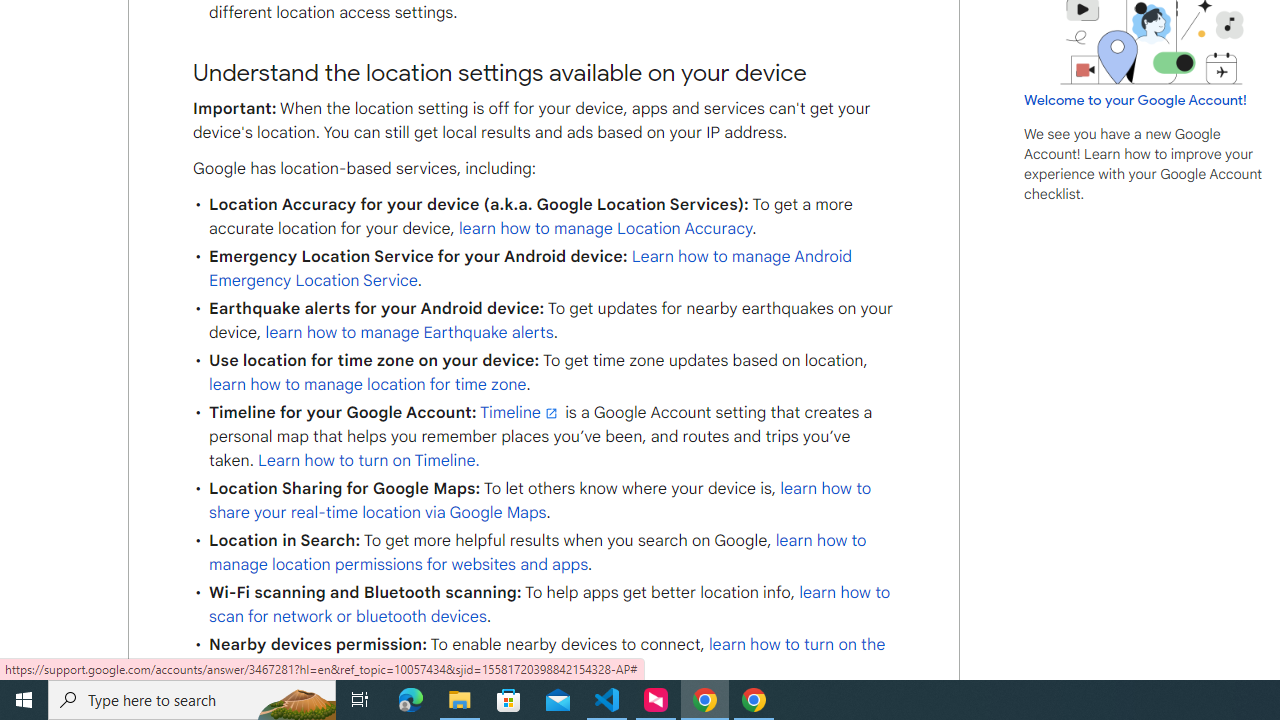 The width and height of the screenshot is (1280, 720). Describe the element at coordinates (604, 227) in the screenshot. I see `'learn how to manage Location Accuracy'` at that location.